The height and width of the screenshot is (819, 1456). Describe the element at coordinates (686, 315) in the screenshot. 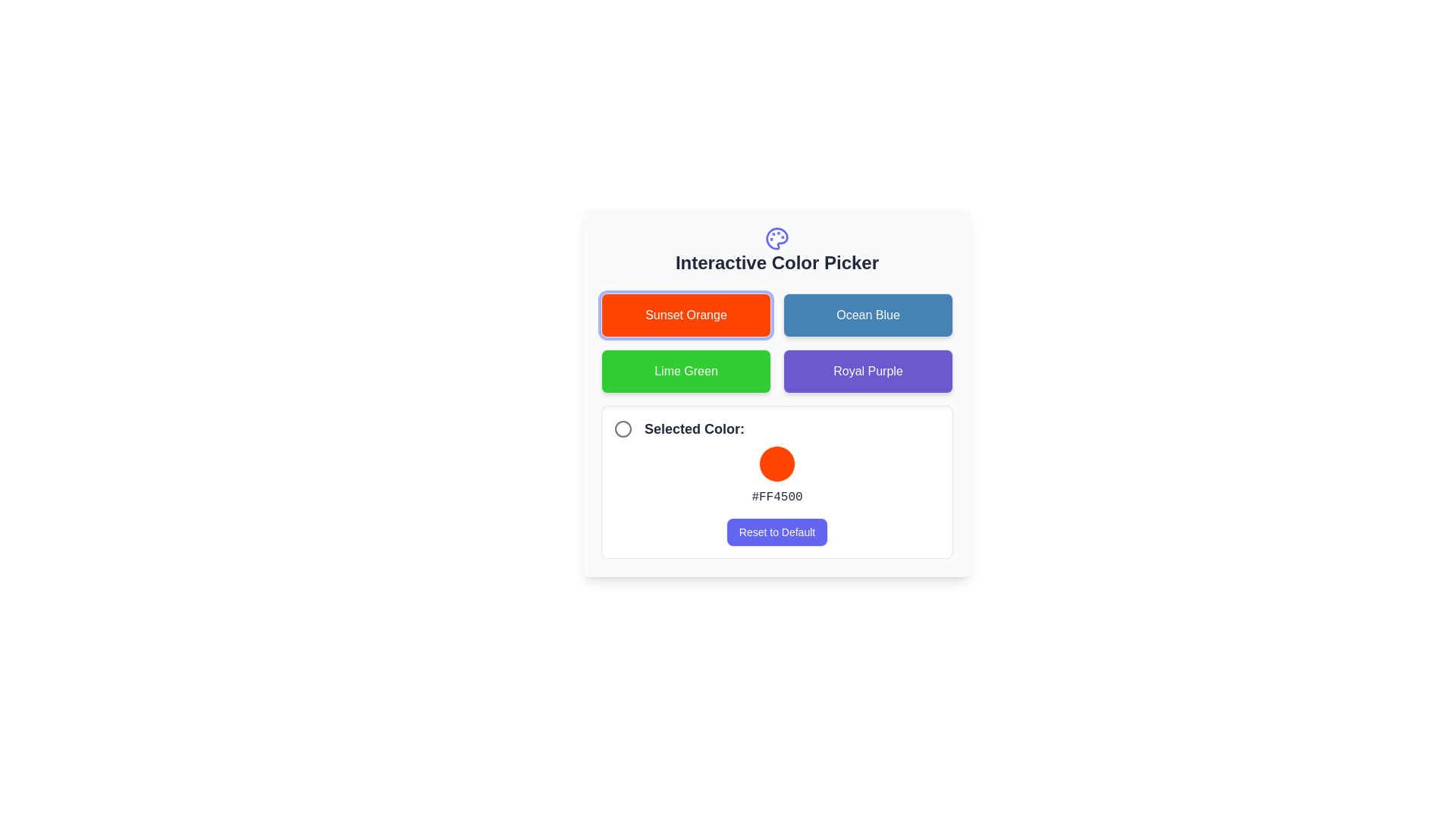

I see `static text element that displays 'Sunset Orange', which is centrally located within an orange background on the color selection interface` at that location.